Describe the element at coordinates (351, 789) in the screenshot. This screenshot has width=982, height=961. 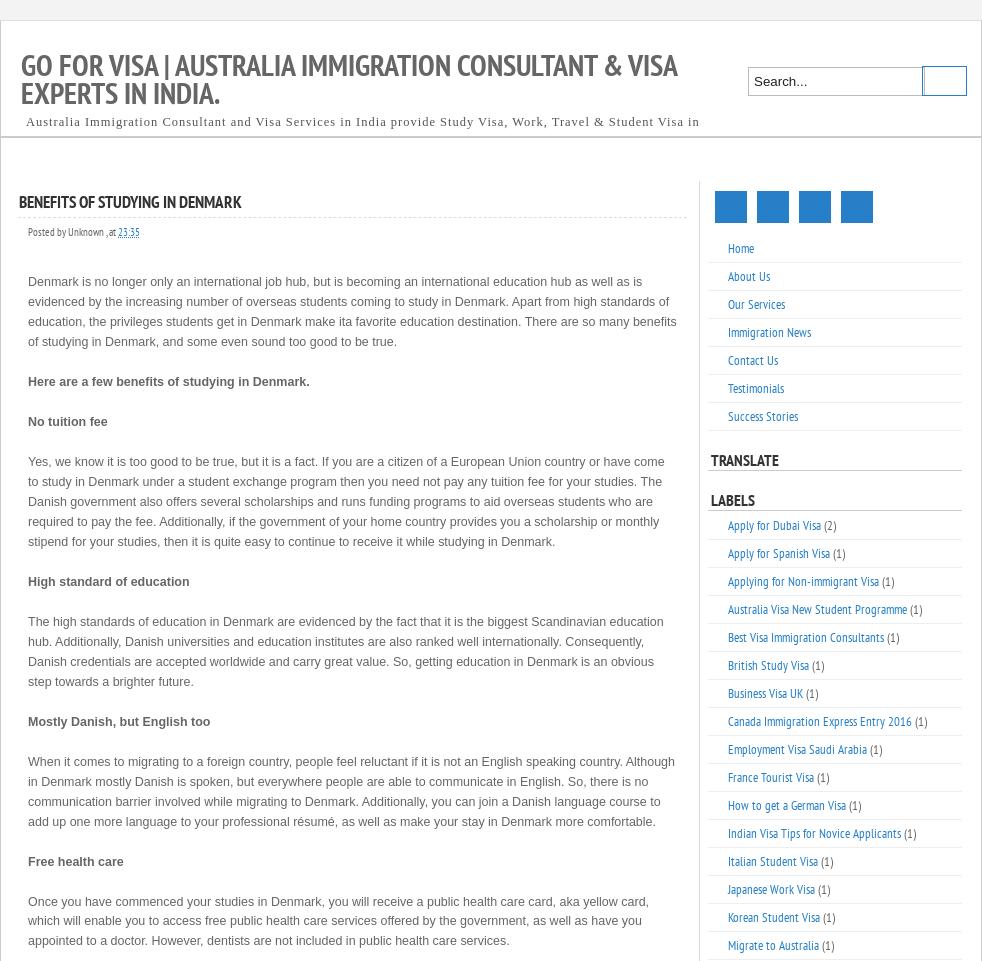
I see `'When it comes to migrating to a foreign country, people feel
reluctant if it is not an English speaking country. Although in Denmark mostly
Danish is spoken, but everywhere people are able to communicate in English. So,
there is no communication barrier involved while migrating to Denmark.
Additionally, you can join a Danish language course to add up one more language
to your professional résumé, as well as make your stay in Denmark more
comfortable.'` at that location.